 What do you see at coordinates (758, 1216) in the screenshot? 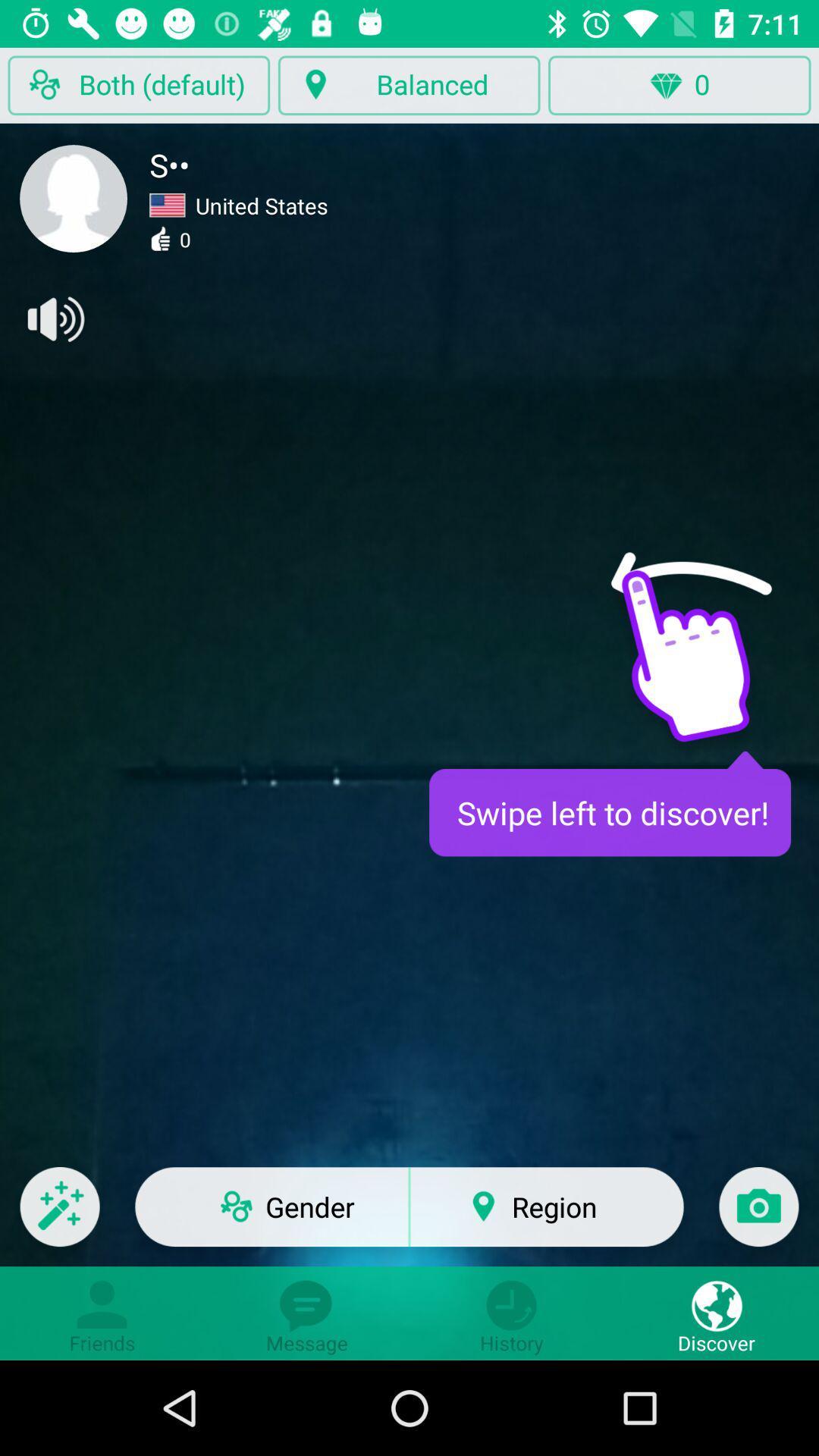
I see `take photo` at bounding box center [758, 1216].